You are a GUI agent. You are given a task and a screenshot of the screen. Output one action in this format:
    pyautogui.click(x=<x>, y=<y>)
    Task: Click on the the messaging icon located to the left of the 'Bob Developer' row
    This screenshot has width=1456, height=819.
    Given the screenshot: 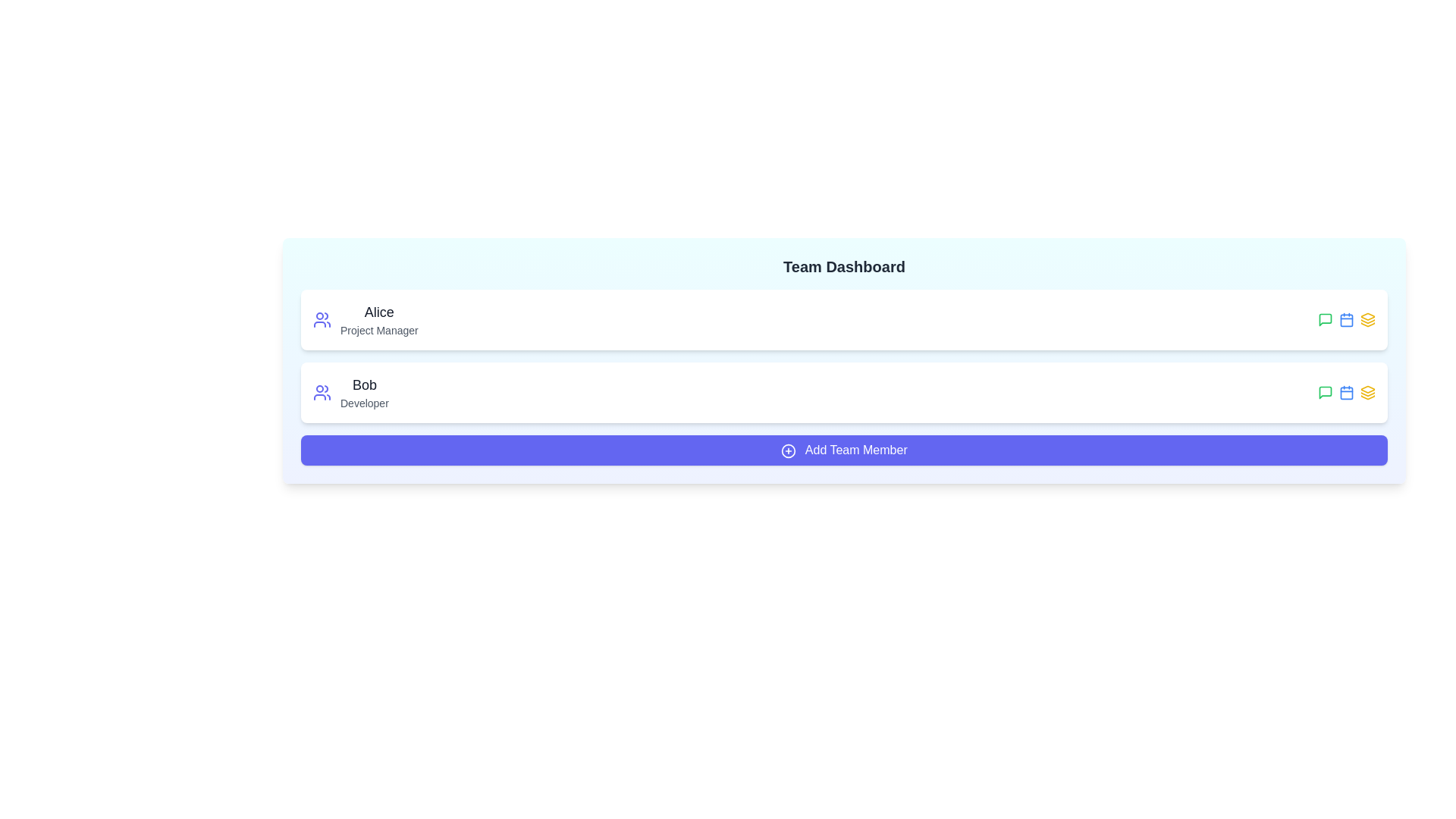 What is the action you would take?
    pyautogui.click(x=1324, y=391)
    